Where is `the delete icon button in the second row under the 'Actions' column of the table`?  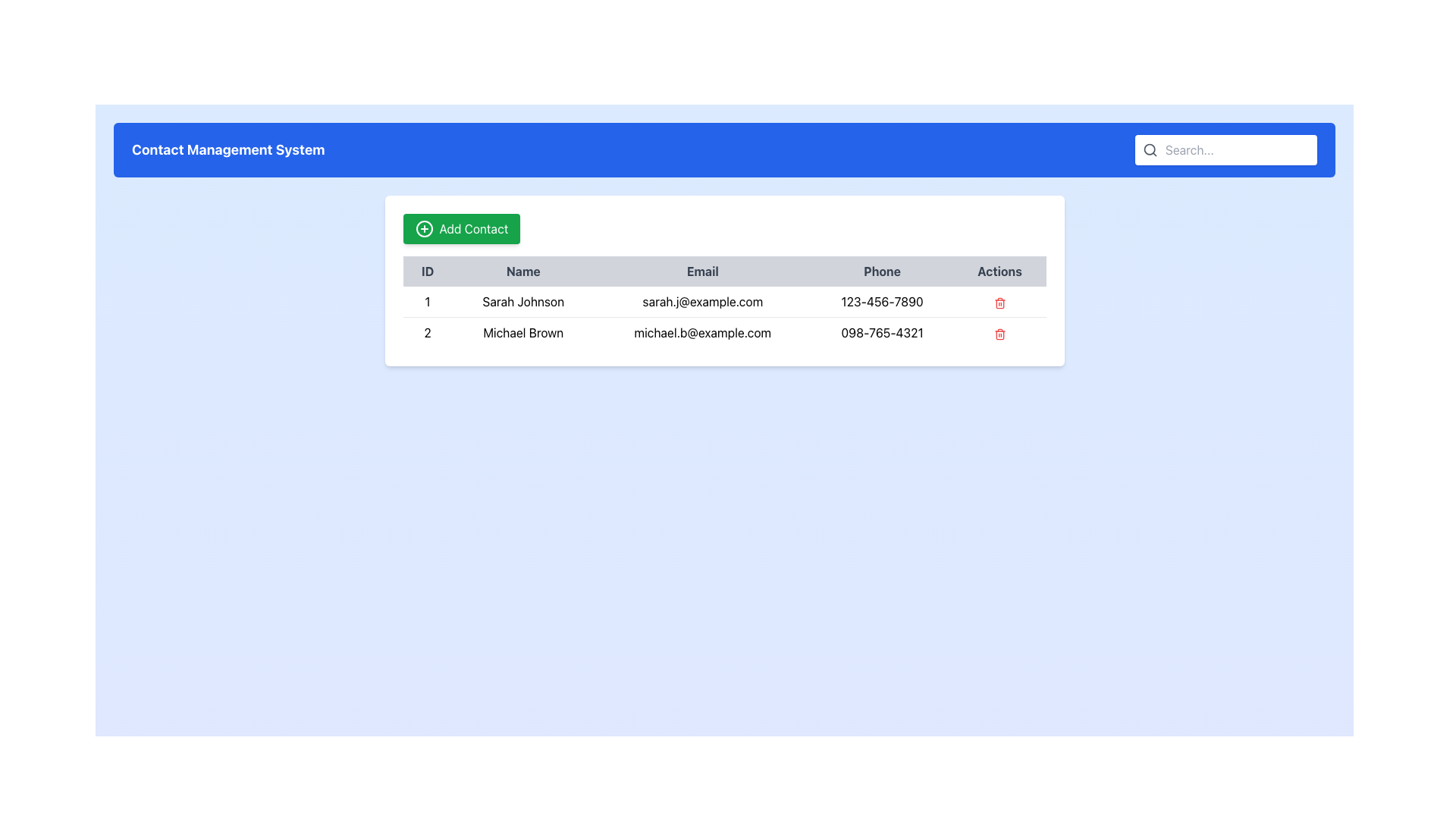 the delete icon button in the second row under the 'Actions' column of the table is located at coordinates (999, 303).